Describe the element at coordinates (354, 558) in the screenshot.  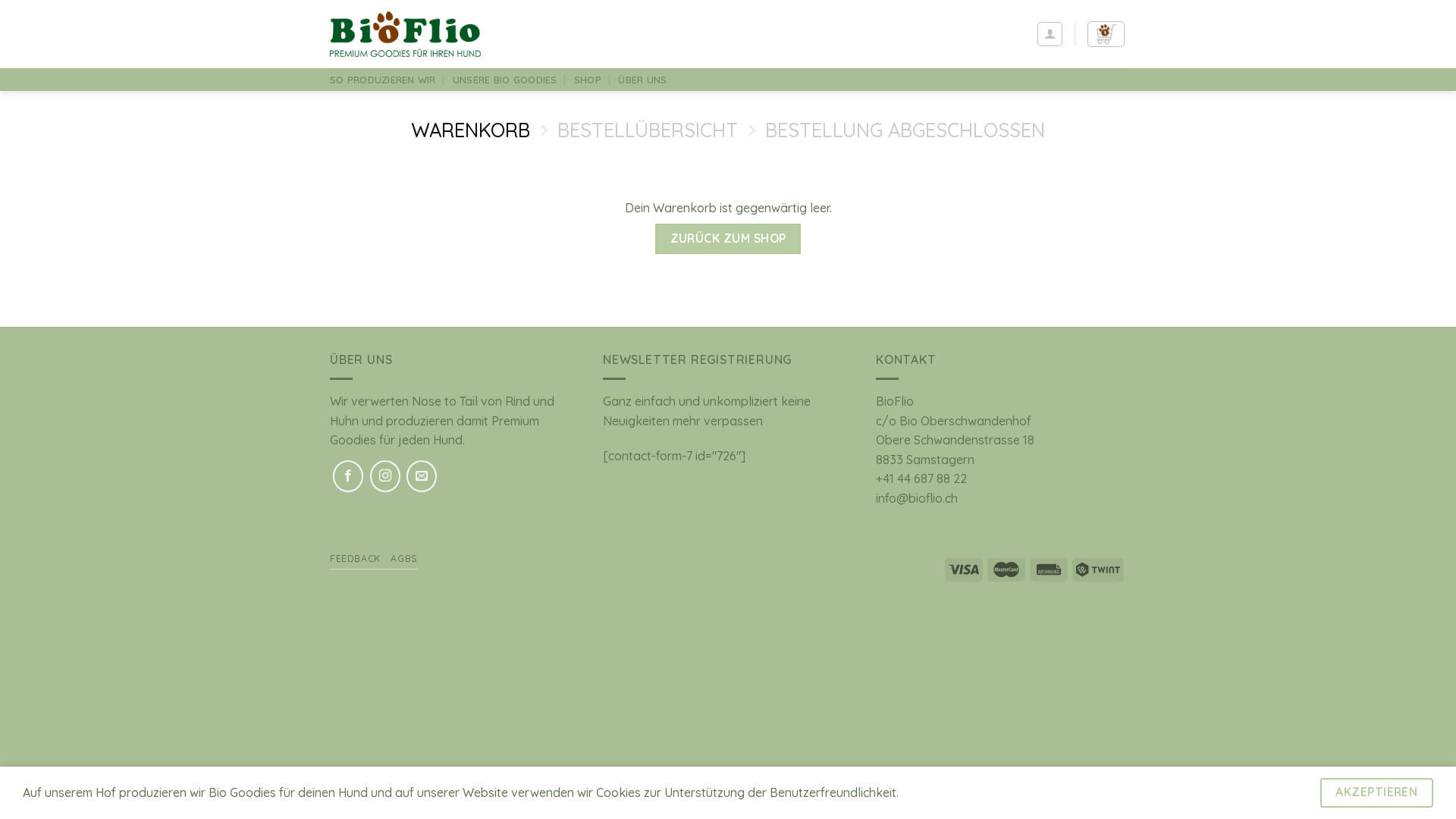
I see `'FEEDBACK'` at that location.